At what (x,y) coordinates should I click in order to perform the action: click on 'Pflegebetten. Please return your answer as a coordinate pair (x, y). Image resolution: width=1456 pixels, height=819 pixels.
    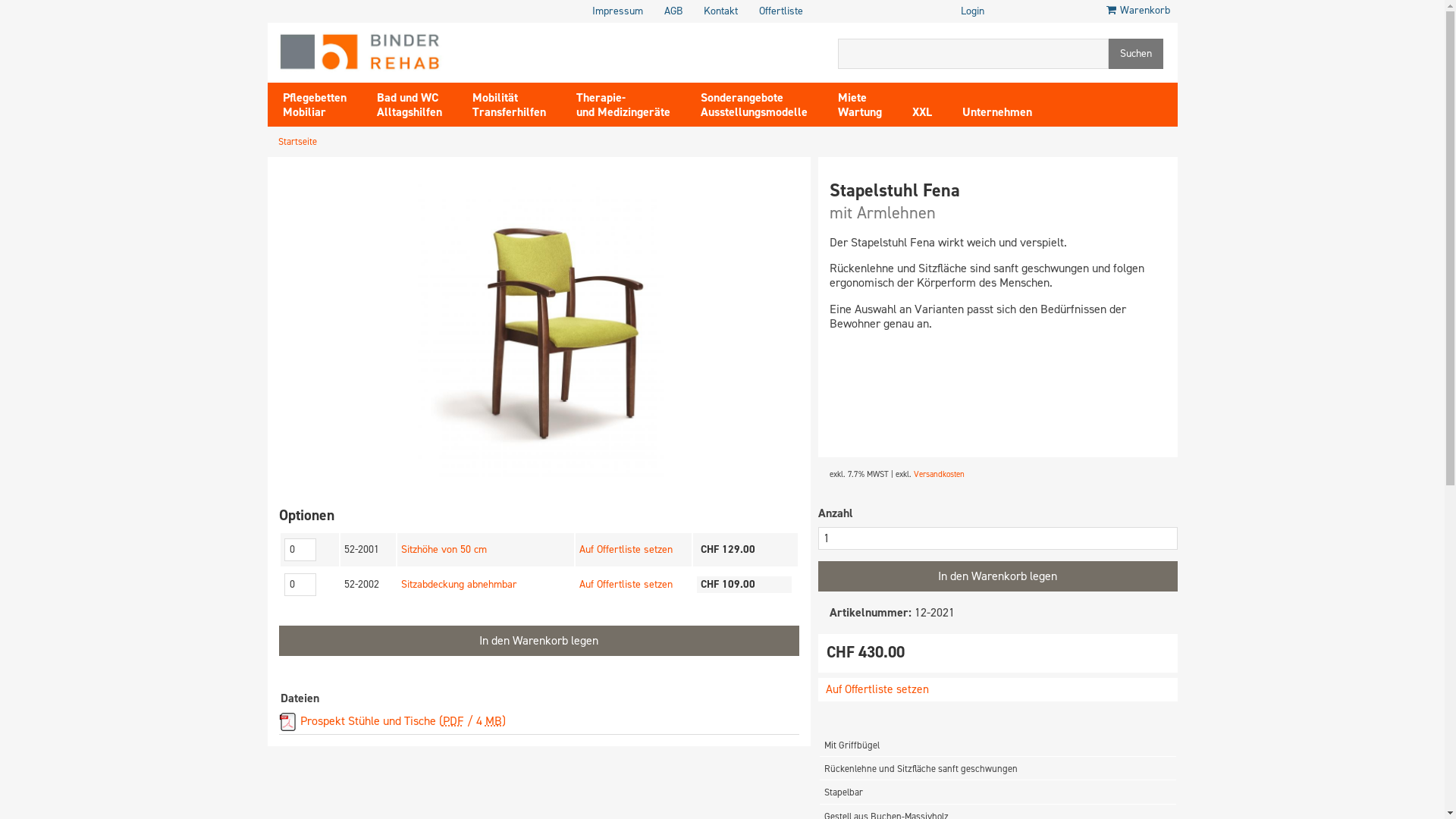
    Looking at the image, I should click on (312, 103).